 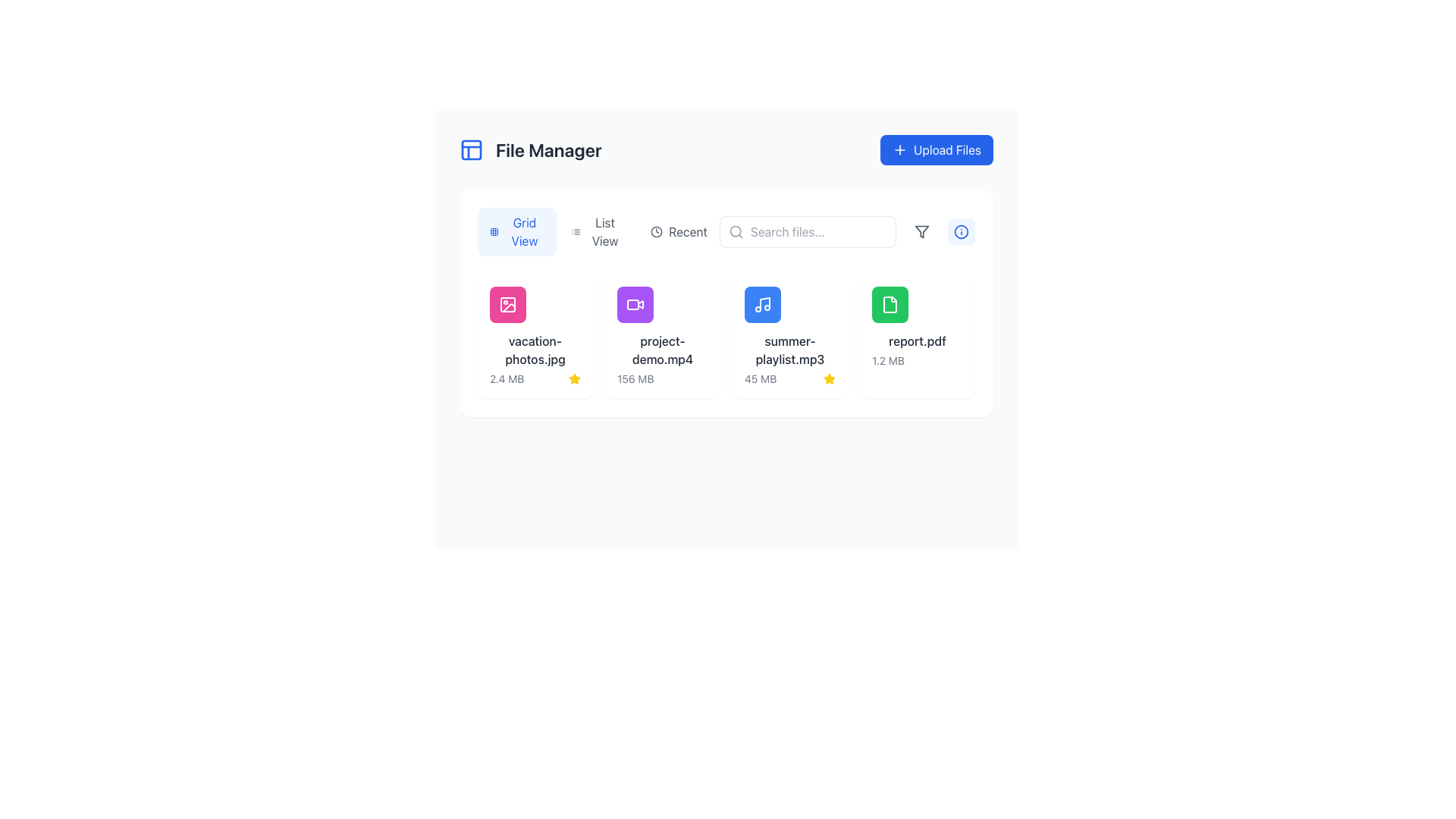 What do you see at coordinates (597, 231) in the screenshot?
I see `the button that switches the display to list format, located below the 'File Manager' title, between 'Grid View' and 'Recent'` at bounding box center [597, 231].